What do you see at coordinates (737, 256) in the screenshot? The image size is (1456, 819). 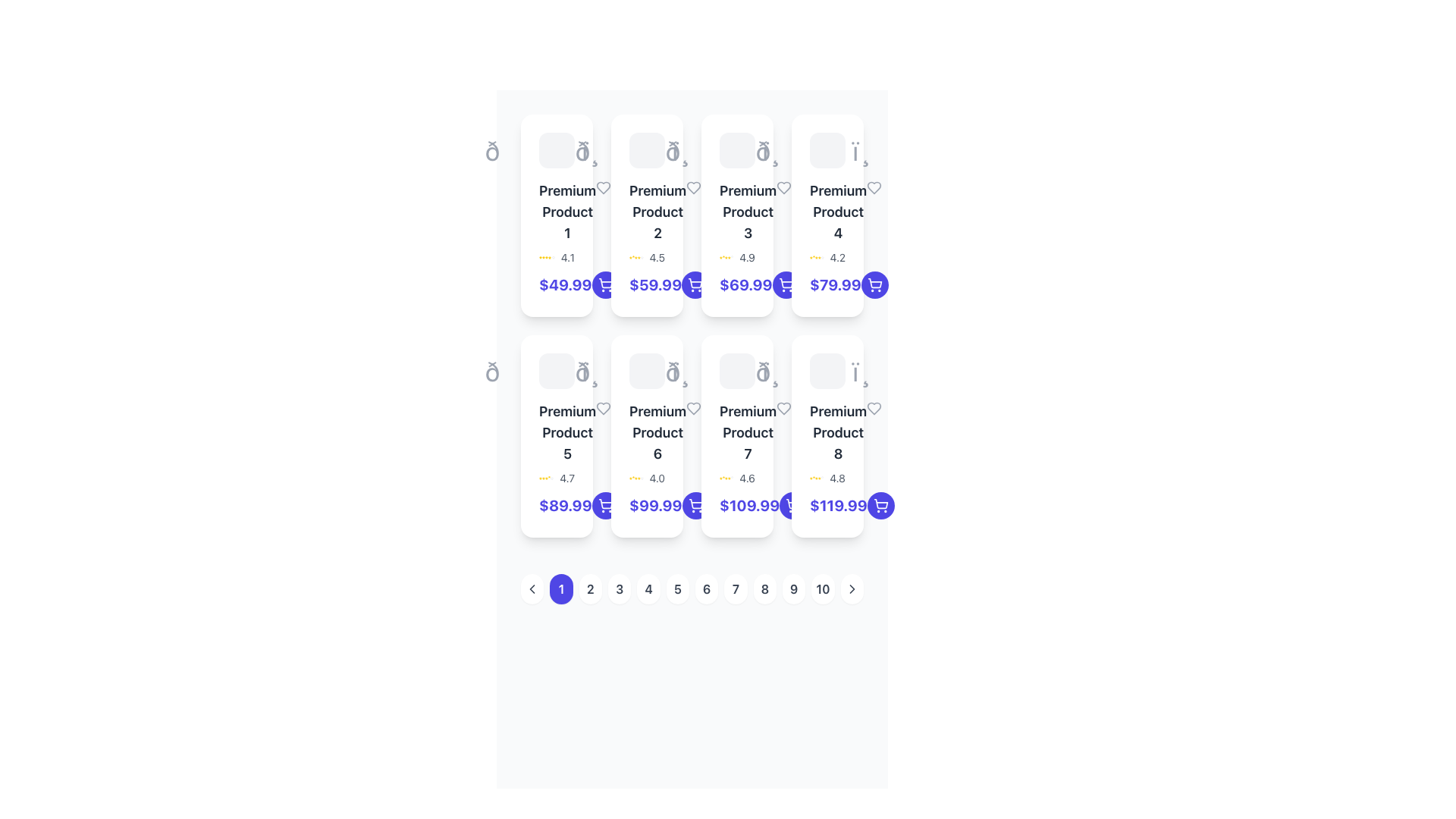 I see `the rating display component showing a rating of '4.9' with filled yellow stars indicating quality assessment` at bounding box center [737, 256].